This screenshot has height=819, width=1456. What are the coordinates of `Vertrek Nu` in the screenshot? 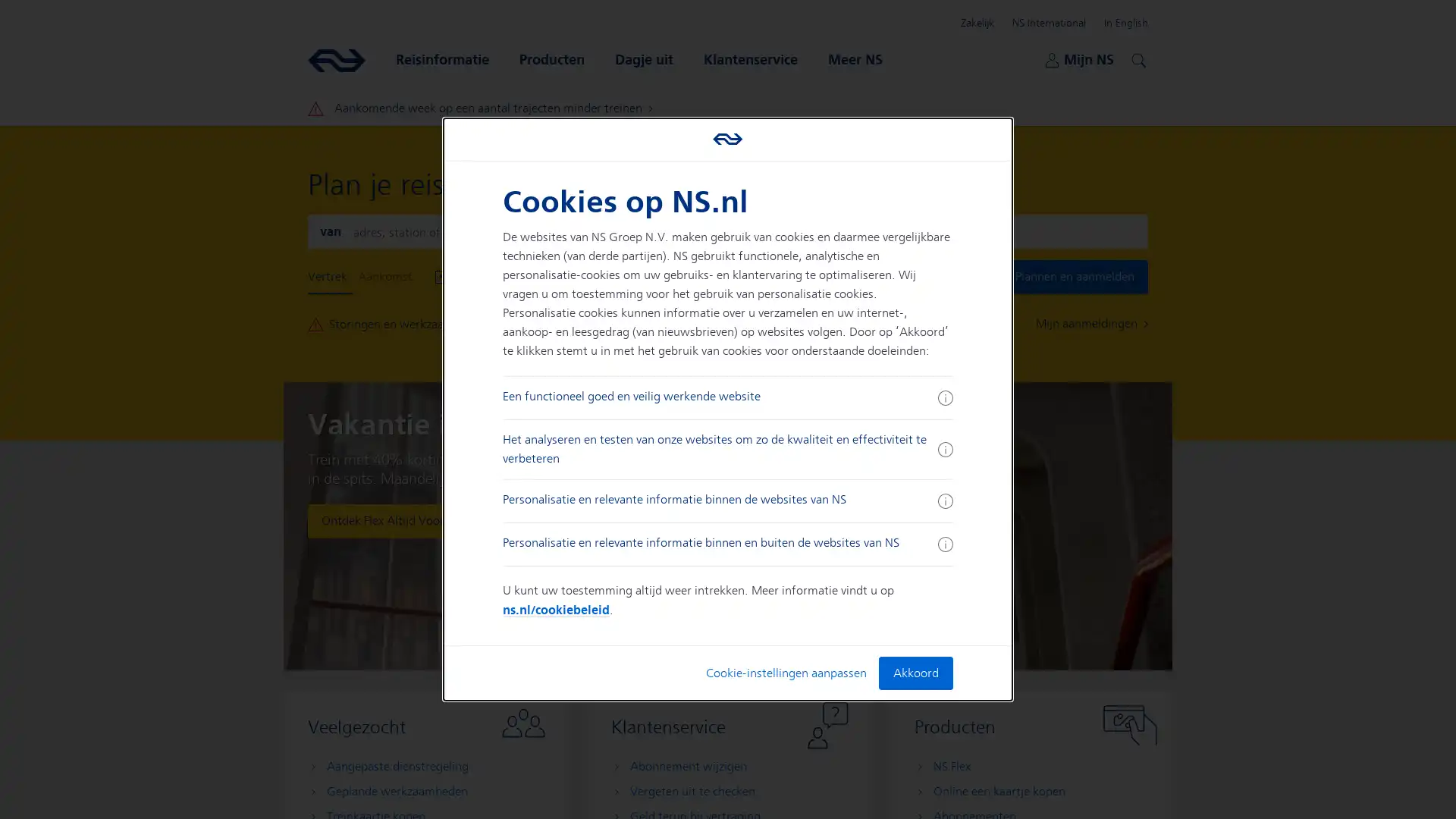 It's located at (629, 277).